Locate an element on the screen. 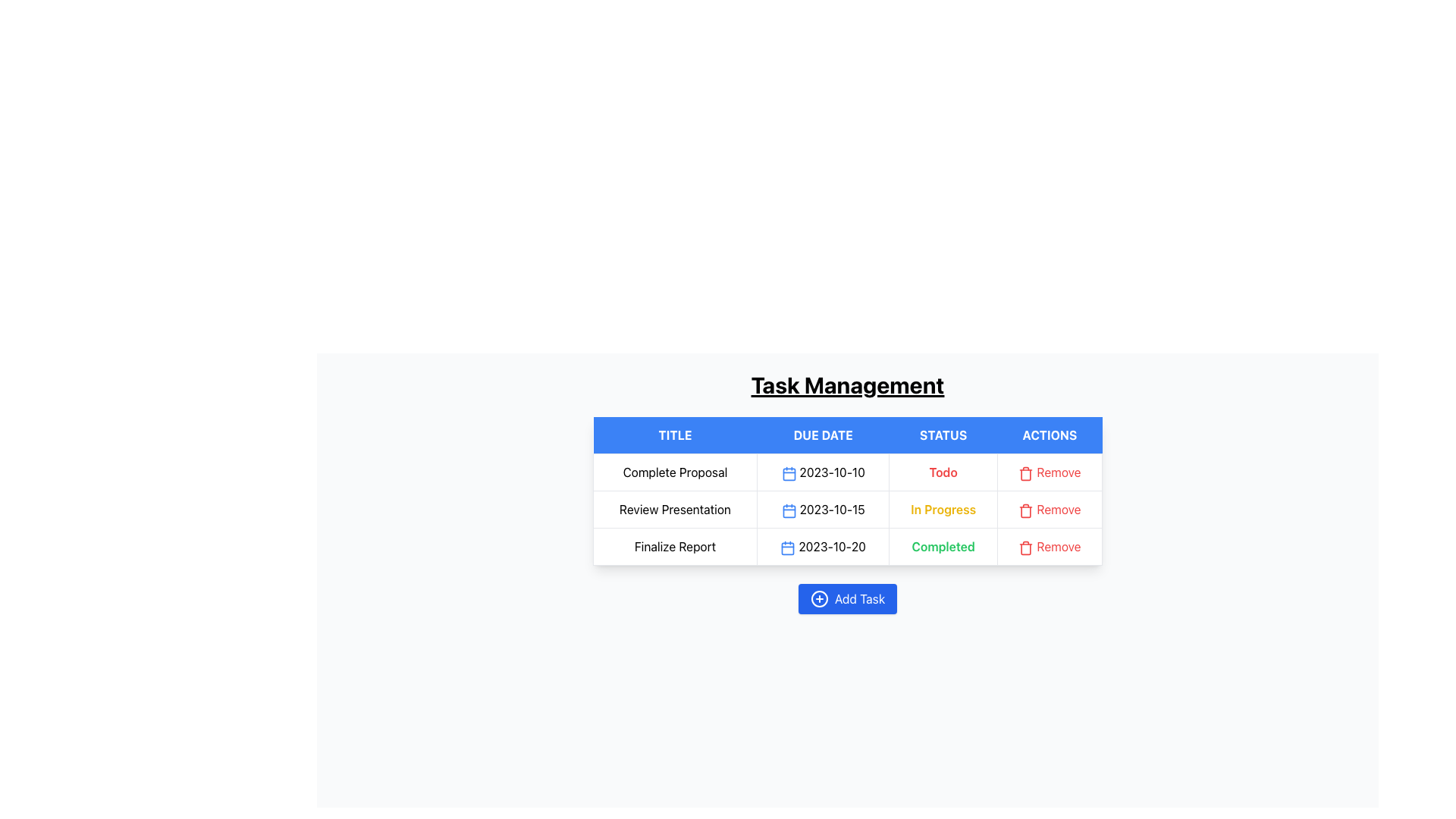  the third 'Remove' action button in the 'Actions' column of the task management table, aligned with the 'Finalize Report' row is located at coordinates (1049, 547).